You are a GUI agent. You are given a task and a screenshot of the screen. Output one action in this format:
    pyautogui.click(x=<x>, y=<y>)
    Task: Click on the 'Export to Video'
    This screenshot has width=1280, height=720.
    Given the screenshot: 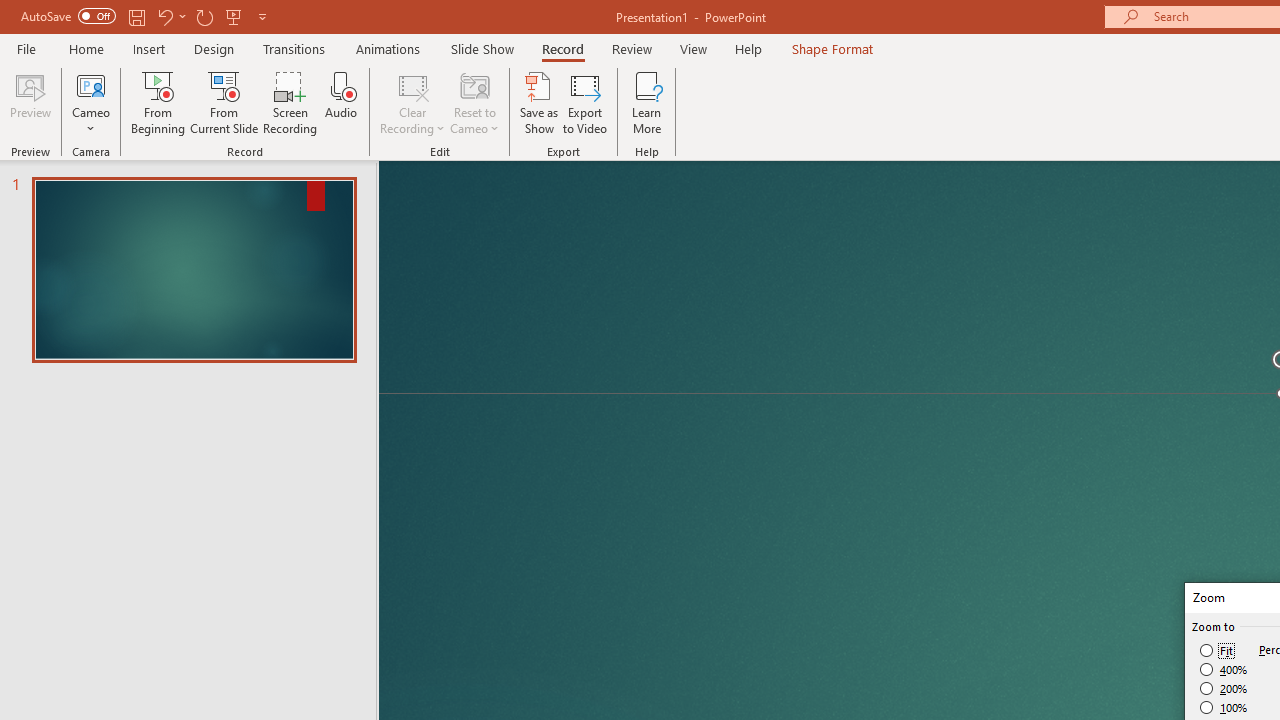 What is the action you would take?
    pyautogui.click(x=584, y=103)
    